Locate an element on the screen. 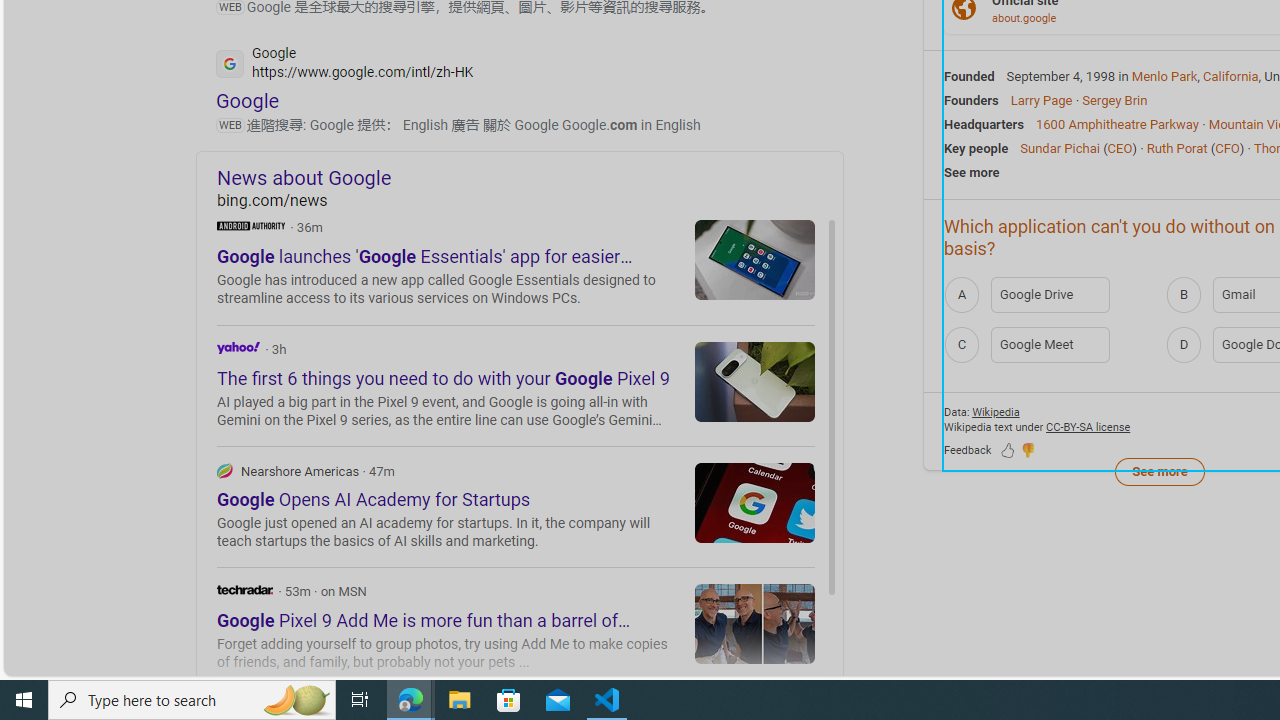 The image size is (1280, 720). 'Visual Studio Code - 1 running window' is located at coordinates (606, 698).